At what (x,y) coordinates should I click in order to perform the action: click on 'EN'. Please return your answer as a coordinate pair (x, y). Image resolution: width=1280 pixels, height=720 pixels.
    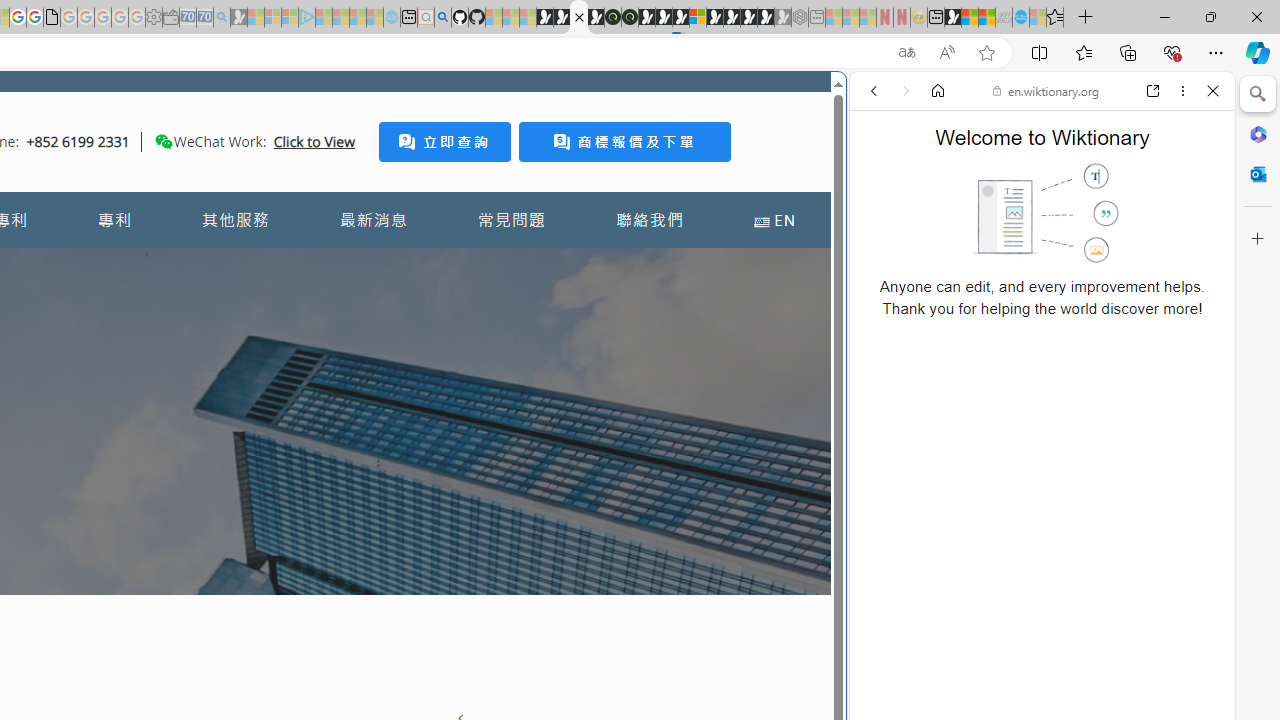
    Looking at the image, I should click on (773, 220).